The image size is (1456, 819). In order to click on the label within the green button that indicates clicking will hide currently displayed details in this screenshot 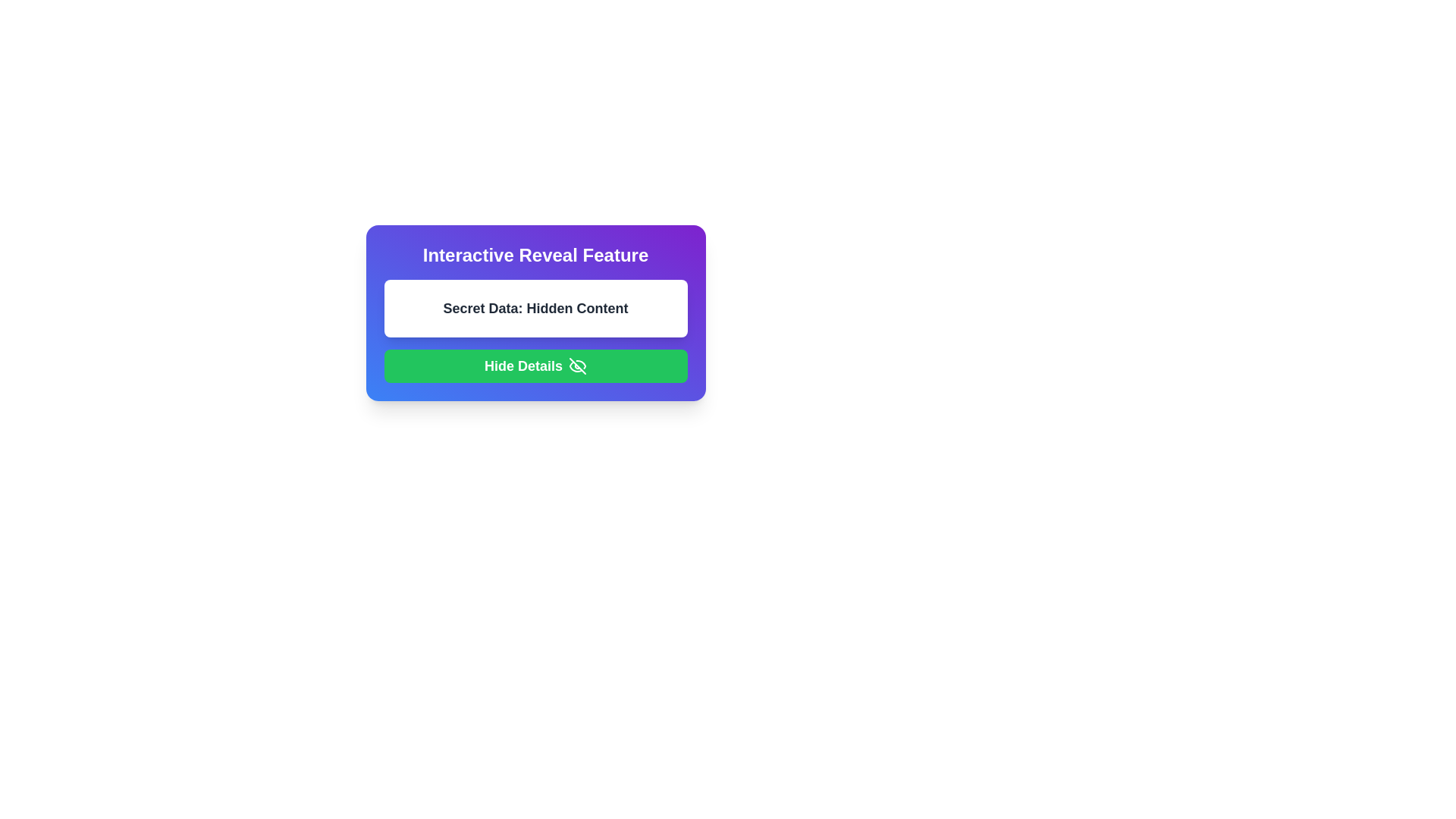, I will do `click(523, 366)`.